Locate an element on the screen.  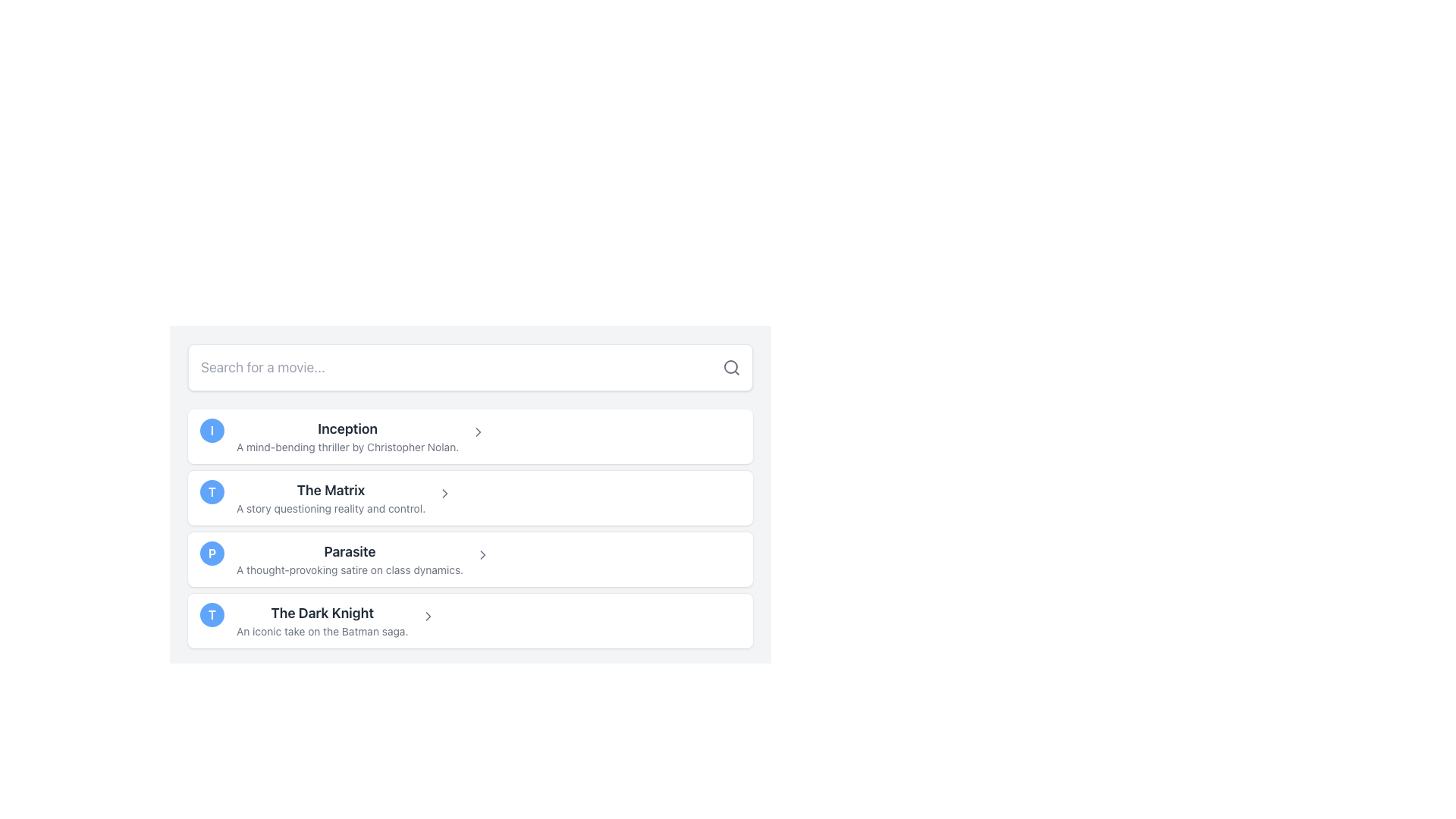
the descriptive text snippet 'A thought-provoking satire on class dynamics.' located below the title 'Parasite' in the card layout is located at coordinates (349, 570).